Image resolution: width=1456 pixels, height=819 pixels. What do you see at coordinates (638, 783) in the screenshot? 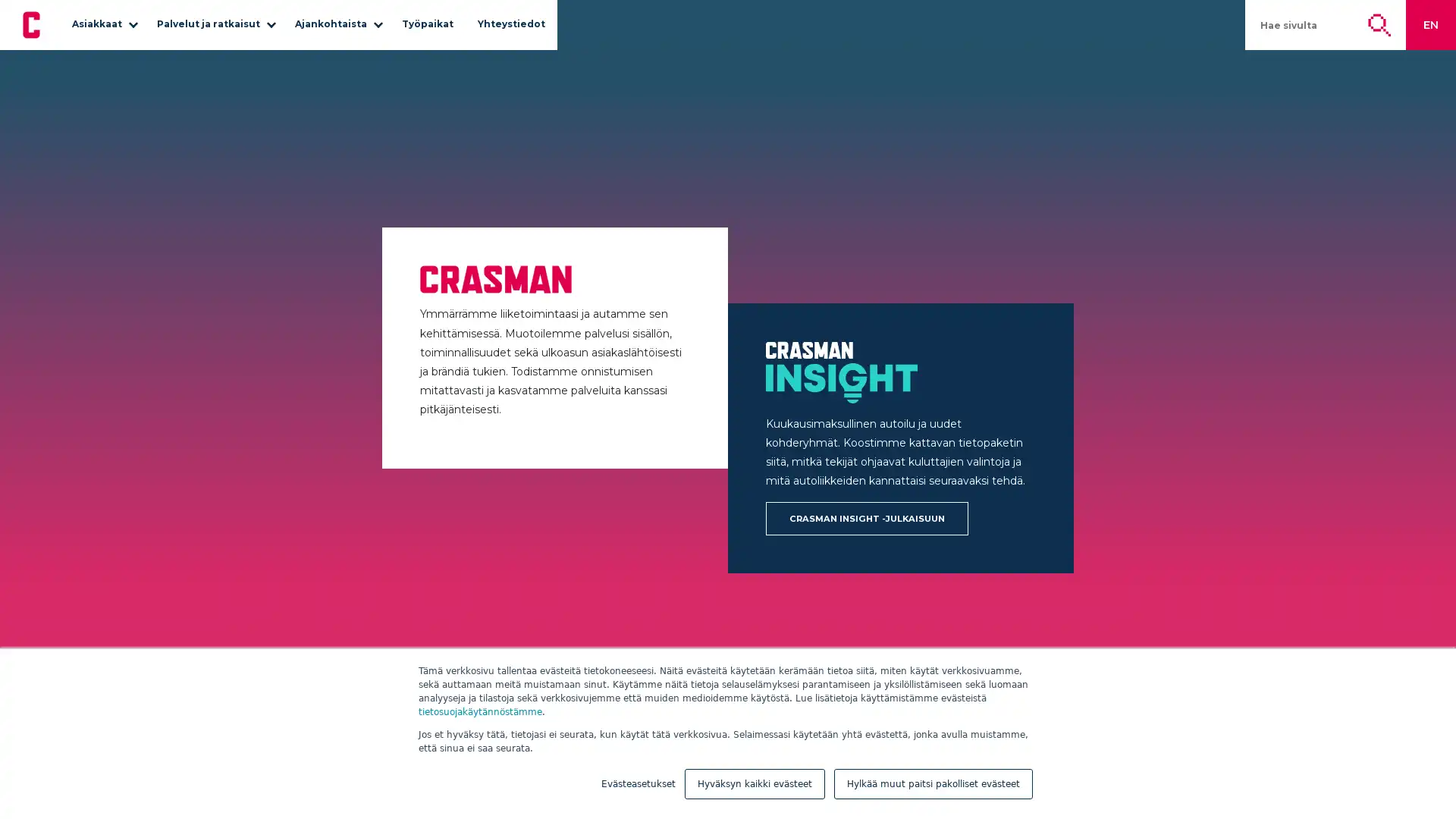
I see `Evasteasetukset` at bounding box center [638, 783].